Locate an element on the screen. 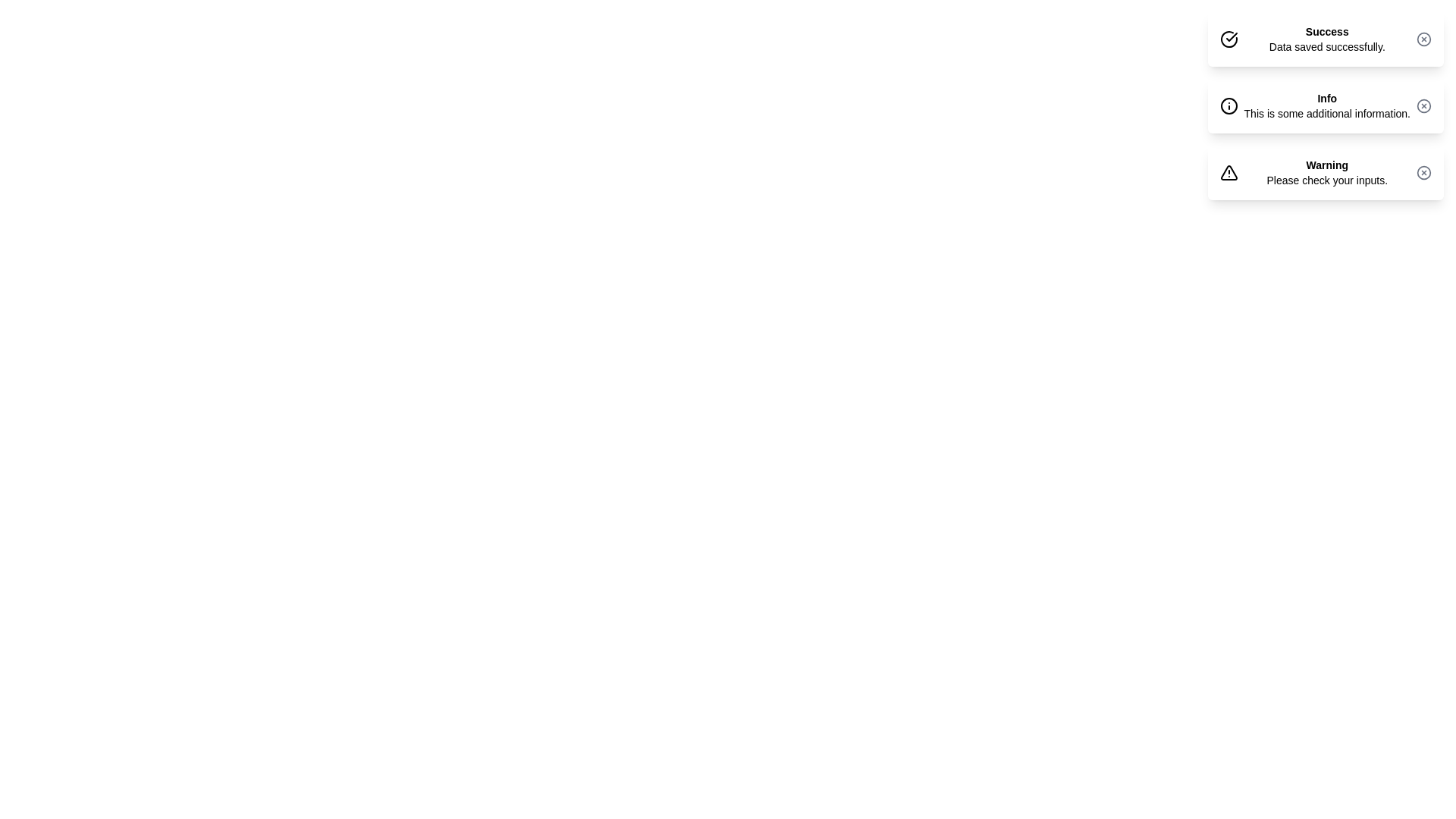 This screenshot has width=1456, height=819. the alert icon, which is a triangle with rounded edges and a central exclamation mark, located at the bottom of the third notification card labeled 'Warning' is located at coordinates (1228, 171).